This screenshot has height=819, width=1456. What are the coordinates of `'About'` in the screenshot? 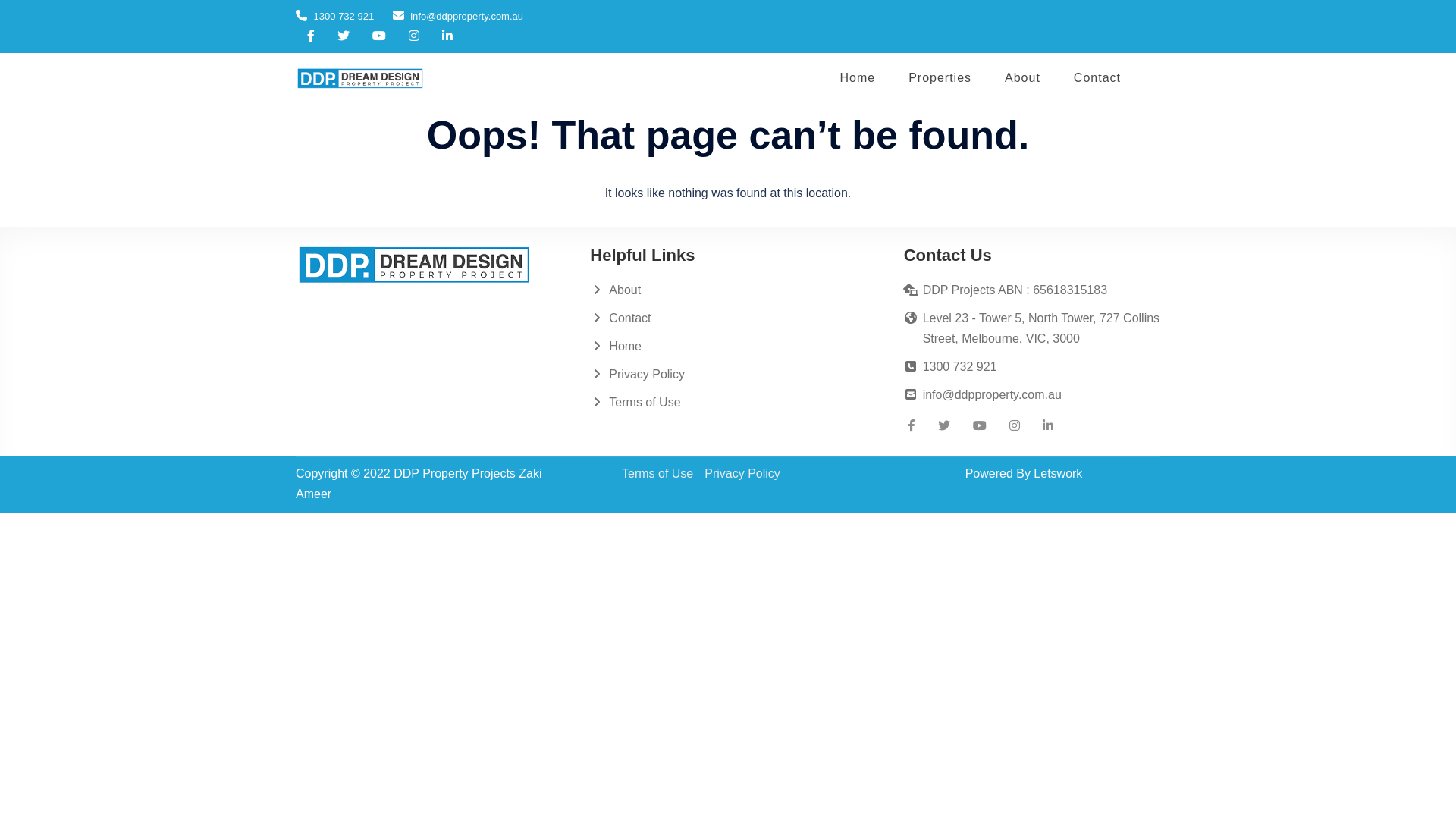 It's located at (625, 290).